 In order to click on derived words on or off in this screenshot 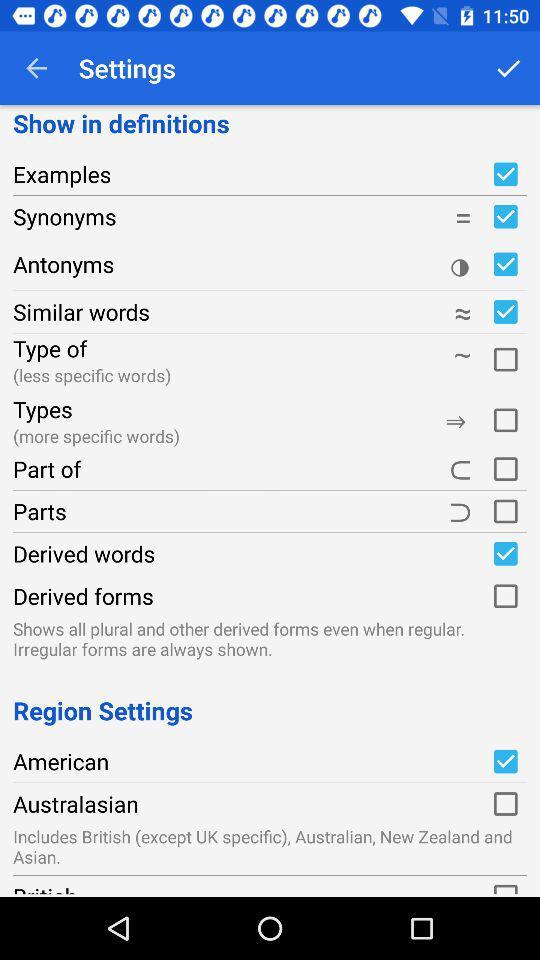, I will do `click(504, 553)`.